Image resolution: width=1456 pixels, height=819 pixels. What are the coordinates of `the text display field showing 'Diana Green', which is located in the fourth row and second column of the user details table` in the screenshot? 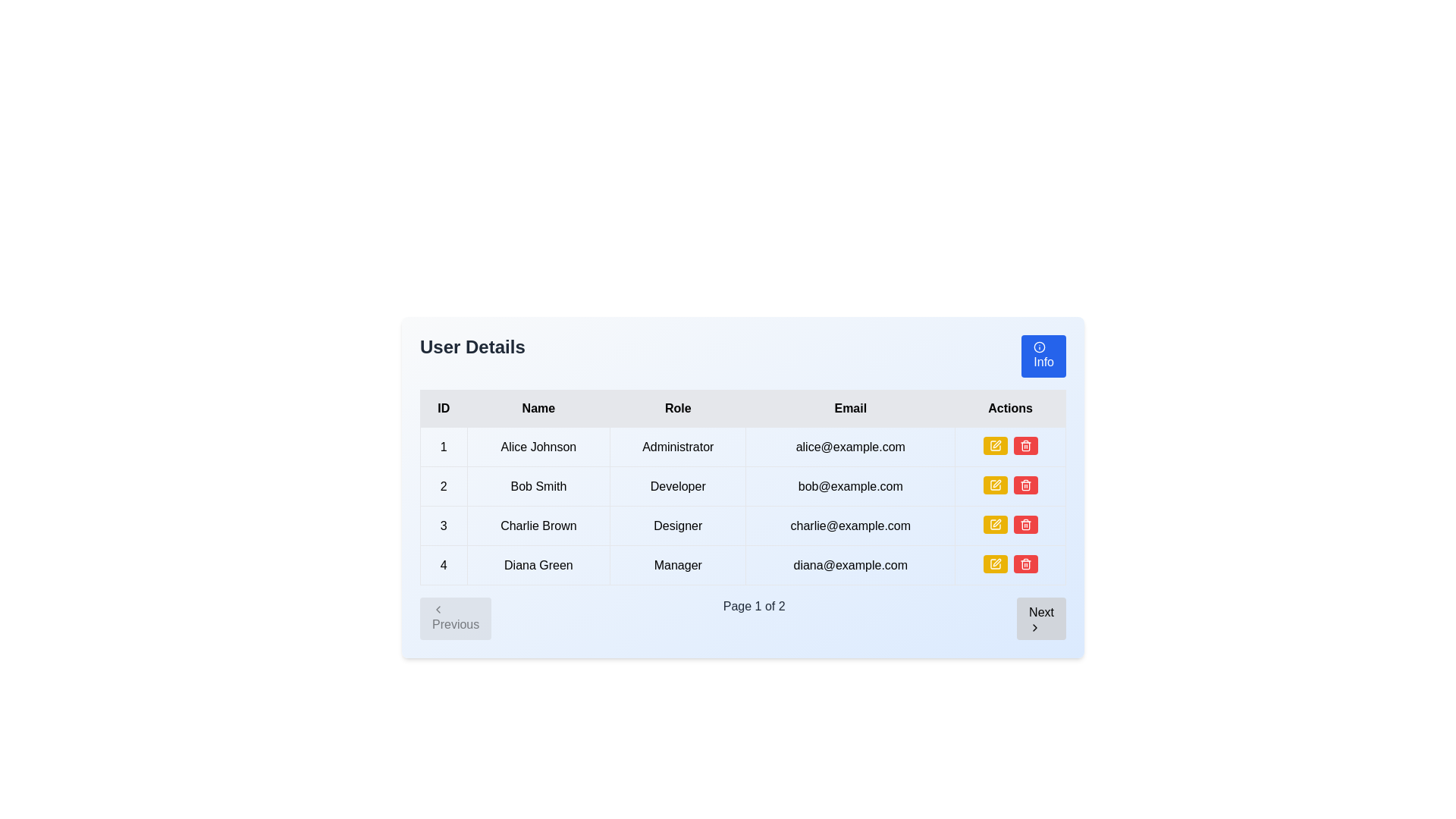 It's located at (538, 565).